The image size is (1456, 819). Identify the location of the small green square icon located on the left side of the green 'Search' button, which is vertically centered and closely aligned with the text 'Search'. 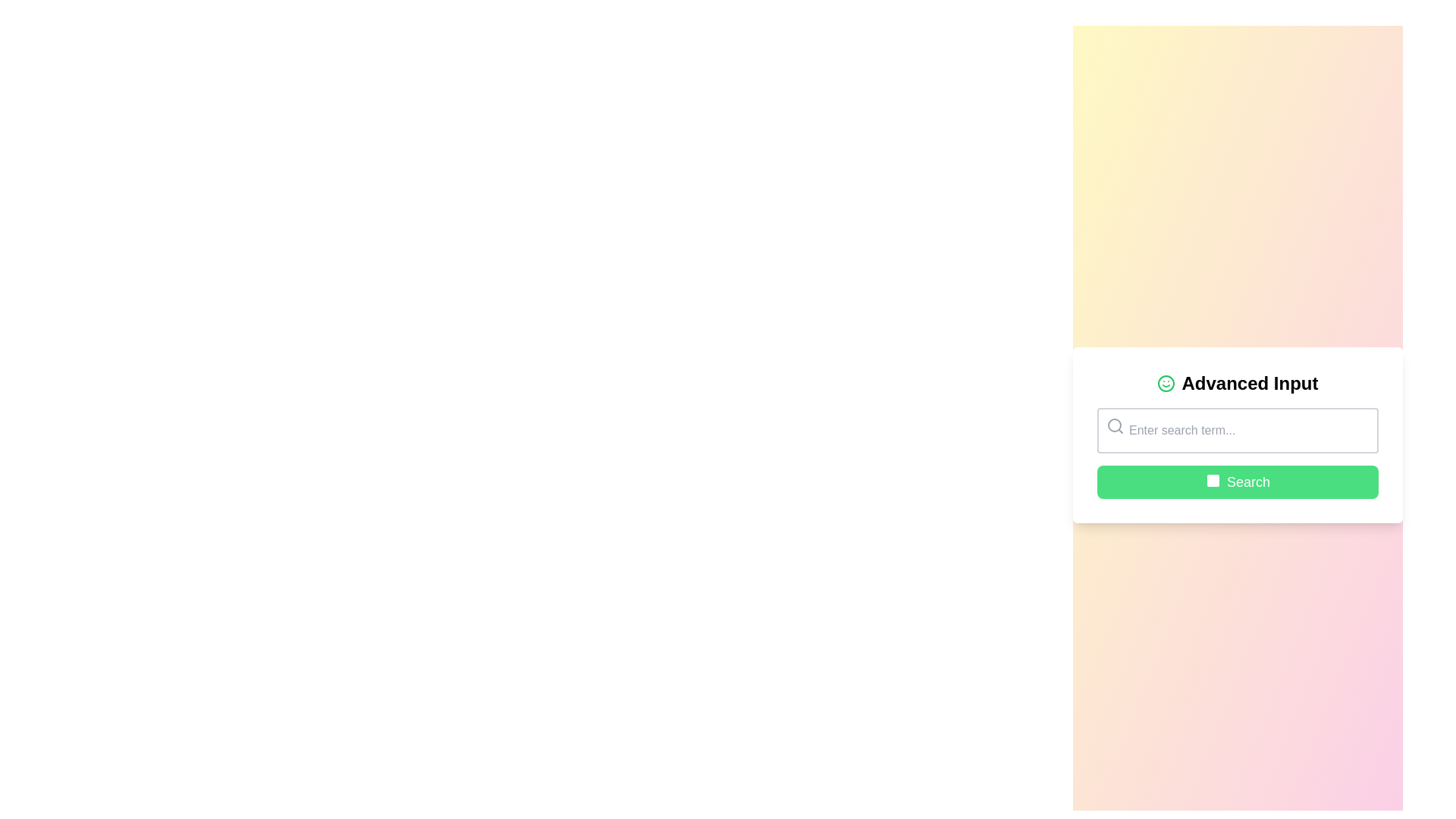
(1212, 482).